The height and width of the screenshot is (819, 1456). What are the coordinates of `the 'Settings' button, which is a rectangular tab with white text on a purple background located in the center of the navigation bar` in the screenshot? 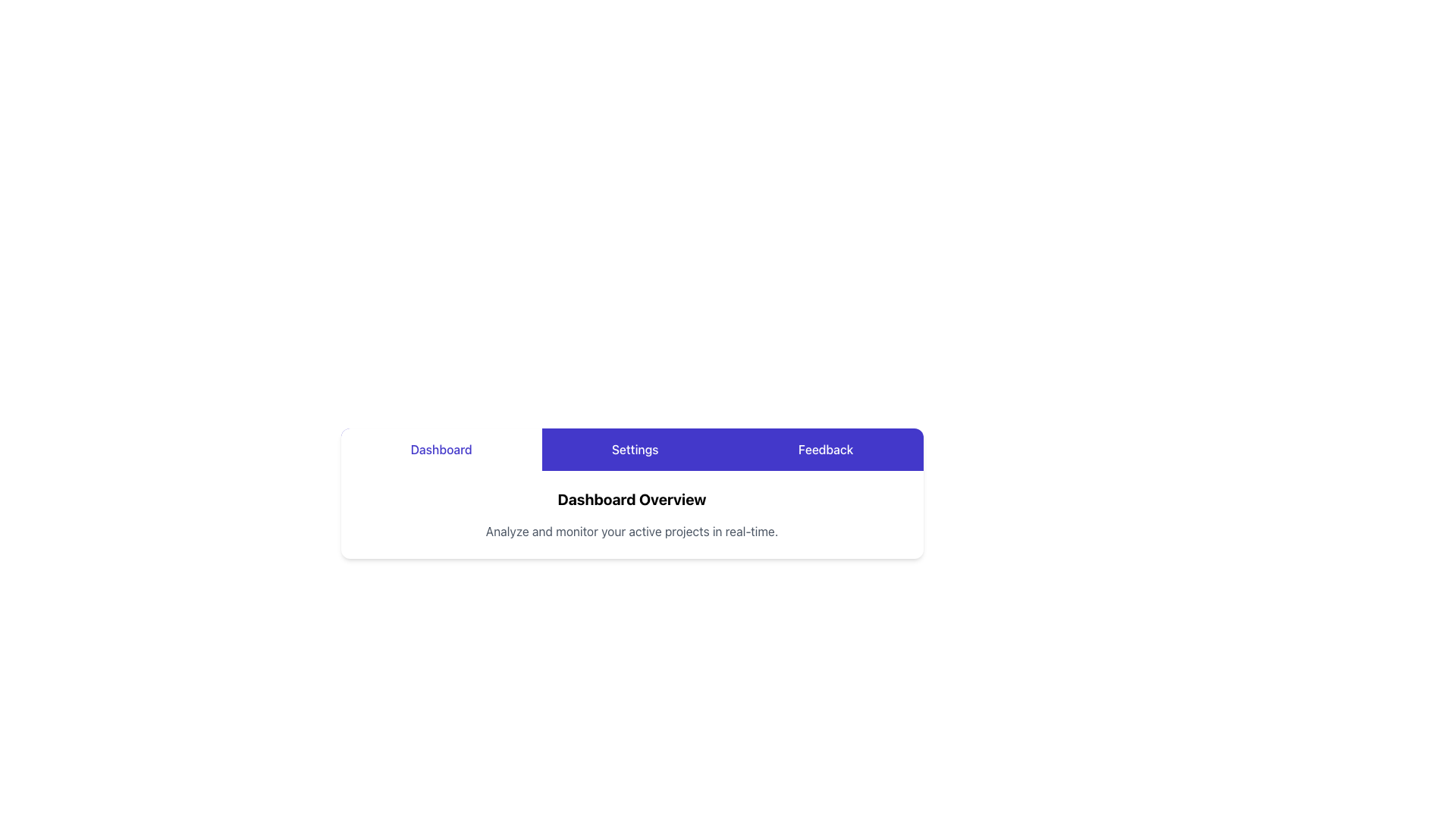 It's located at (635, 449).